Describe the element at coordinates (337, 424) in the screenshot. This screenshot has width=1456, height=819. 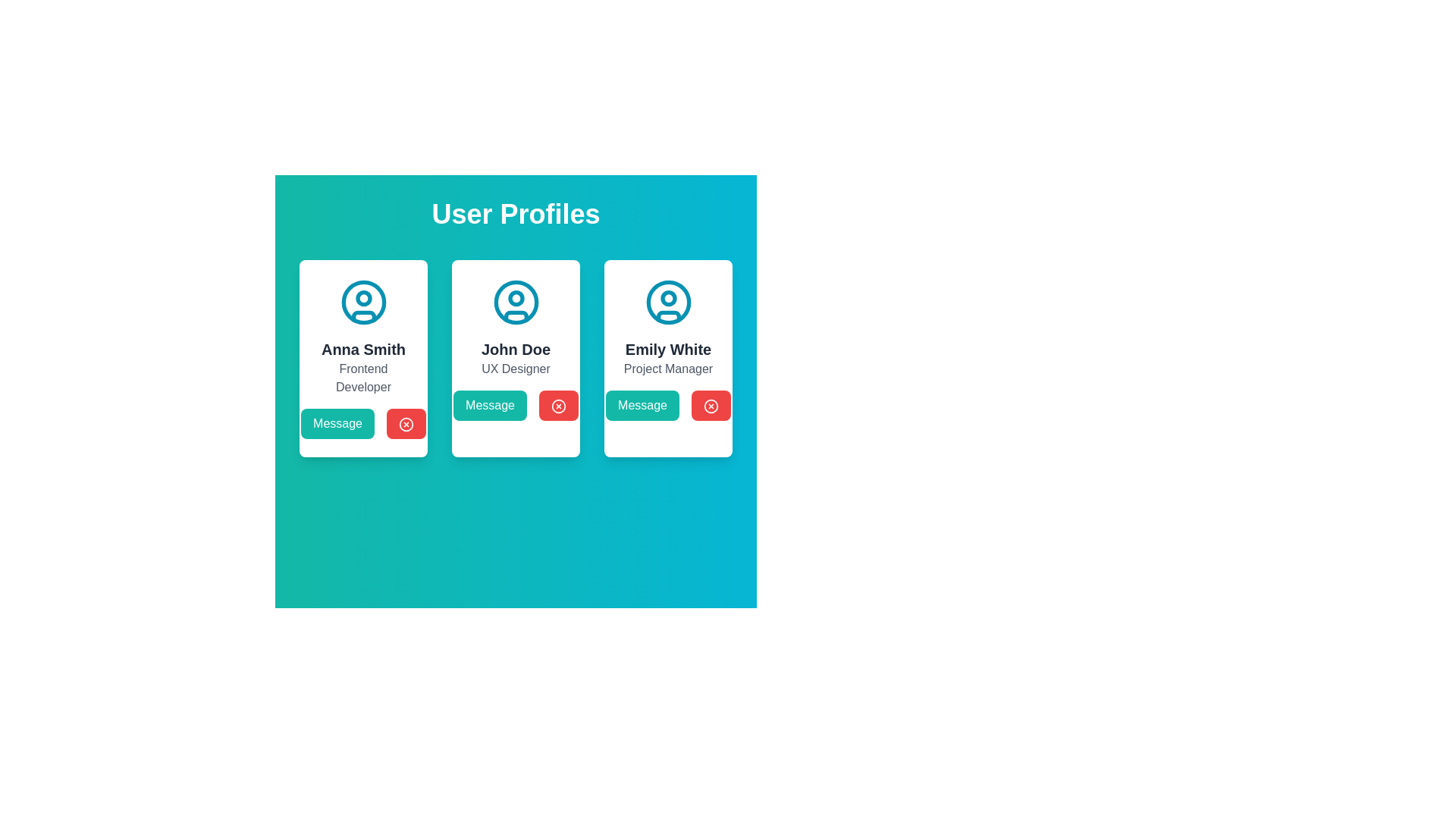
I see `the messaging button located directly below the user's name and role within the profile card to initiate a message interaction` at that location.